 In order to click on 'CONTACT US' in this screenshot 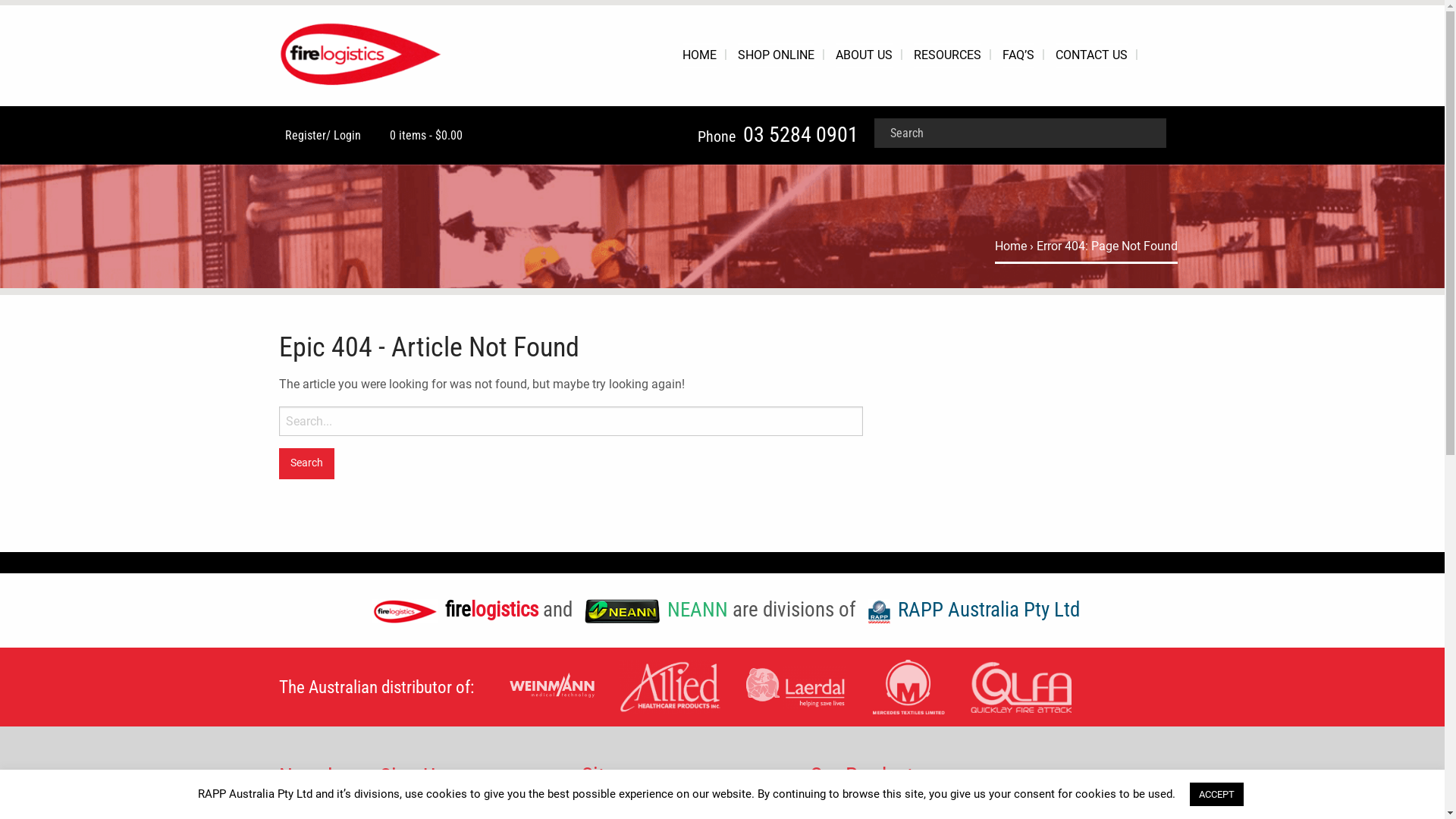, I will do `click(1090, 55)`.